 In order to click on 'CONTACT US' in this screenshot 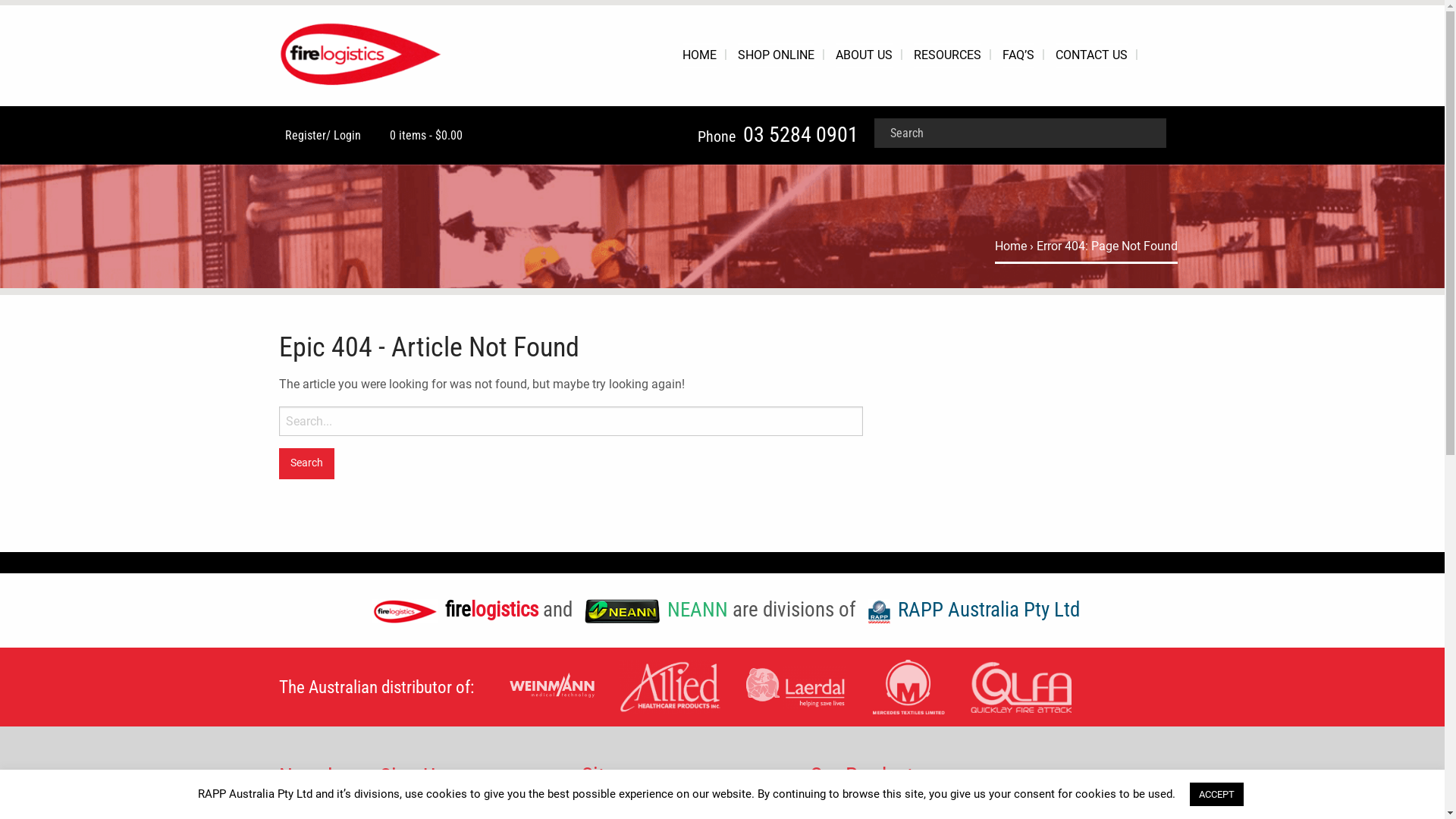, I will do `click(1090, 55)`.